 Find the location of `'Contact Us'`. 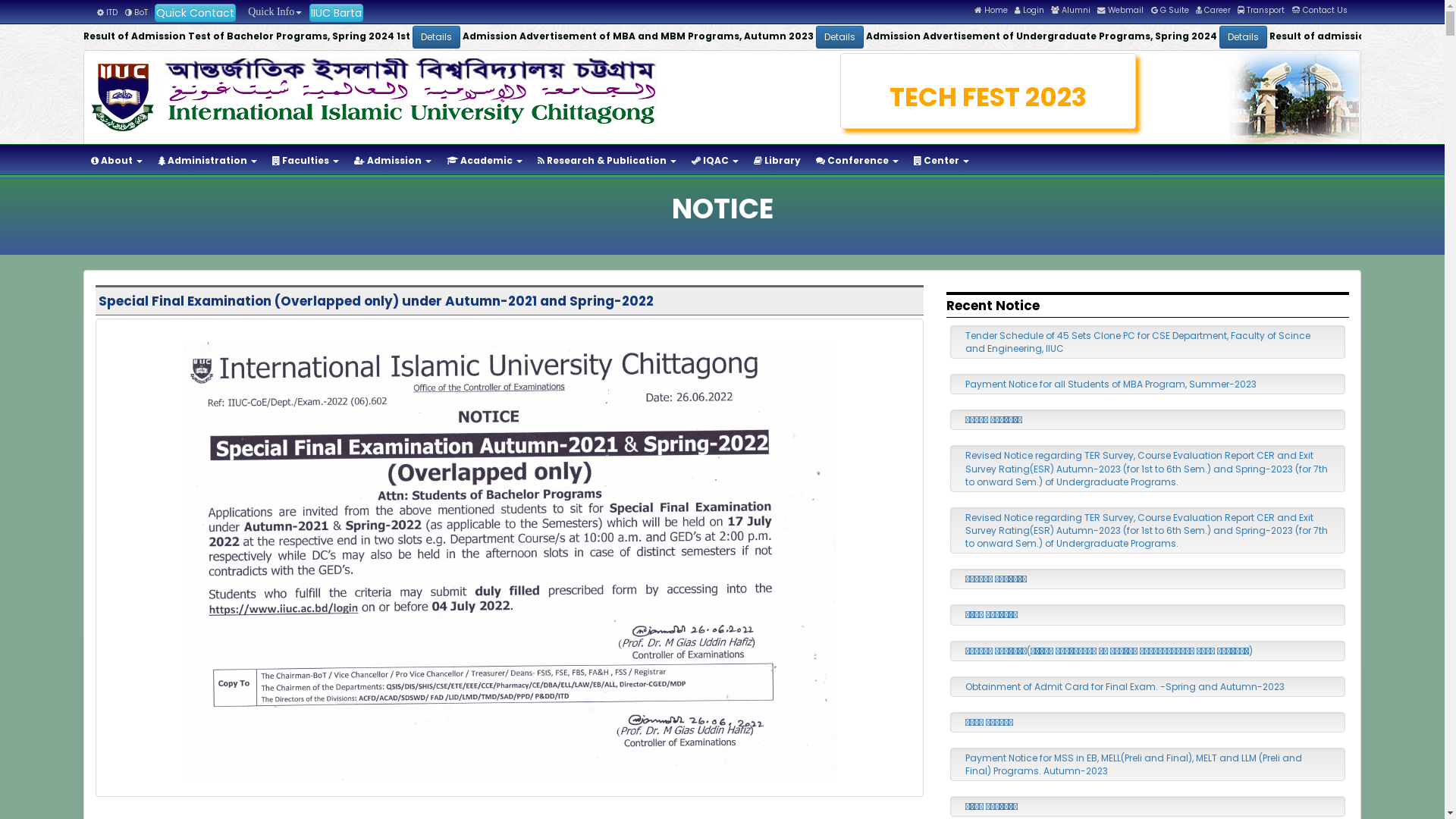

'Contact Us' is located at coordinates (1319, 10).